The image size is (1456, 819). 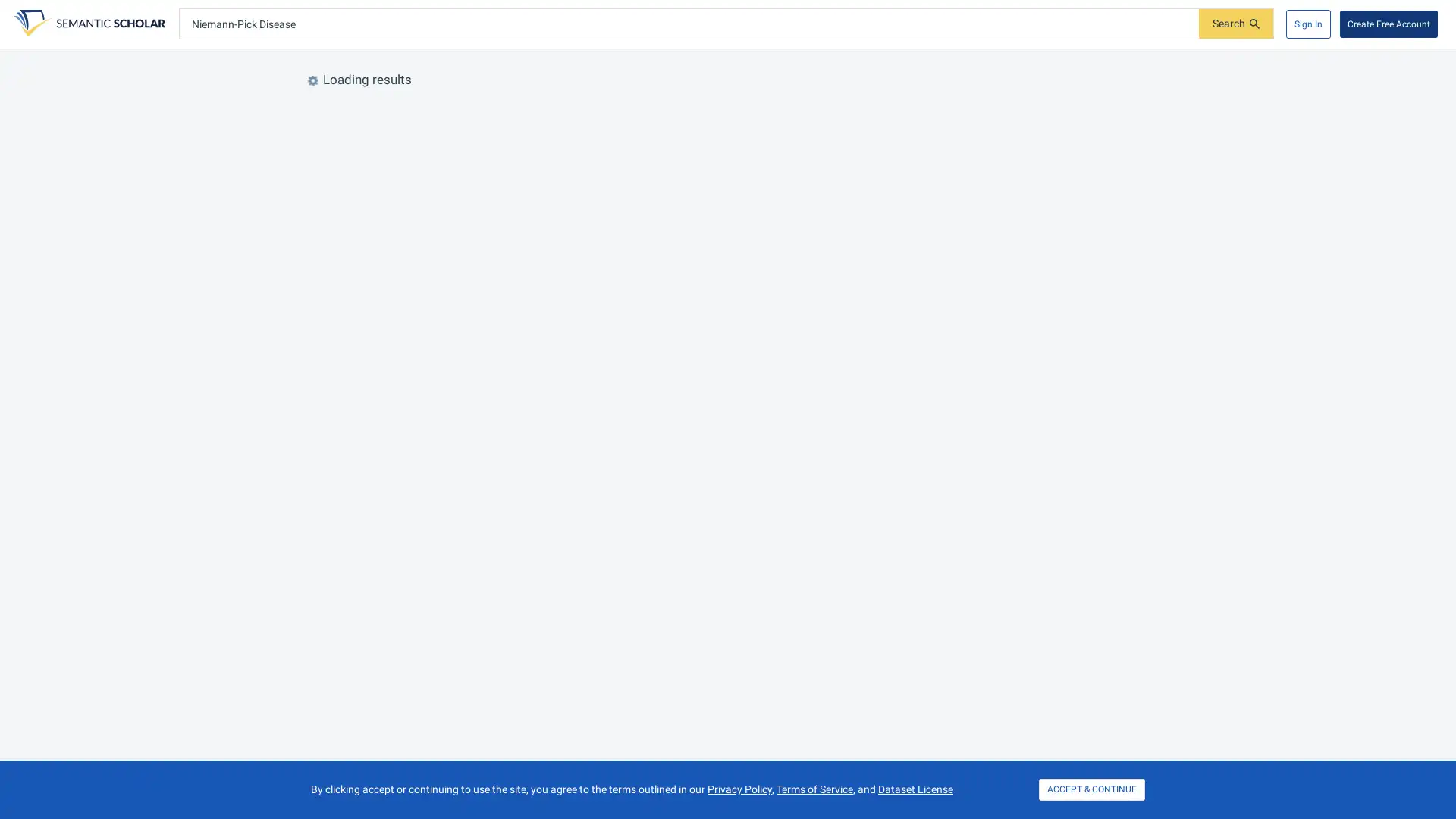 I want to click on Sign In, so click(x=1307, y=24).